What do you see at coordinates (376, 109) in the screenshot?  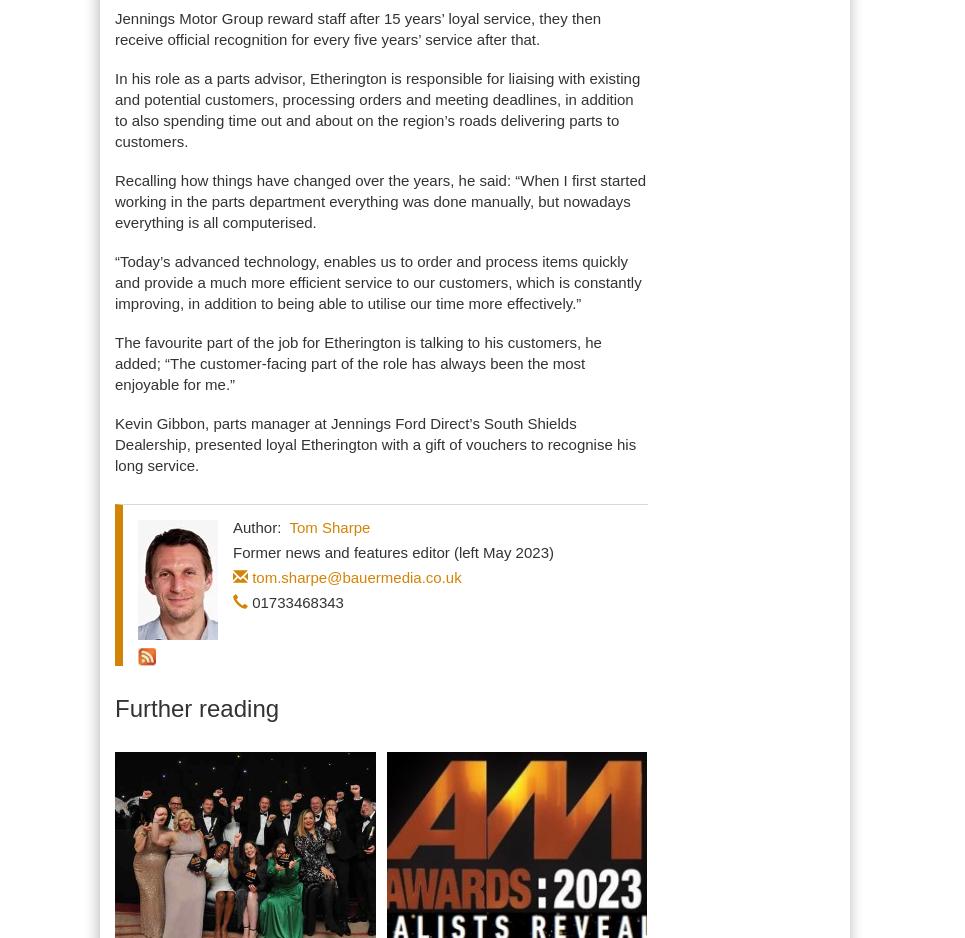 I see `'In his role as a parts advisor, Etherington is responsible for liaising with existing and potential customers, processing orders and meeting deadlines, in addition to also spending time out and about on the region’s roads delivering parts to customers.'` at bounding box center [376, 109].